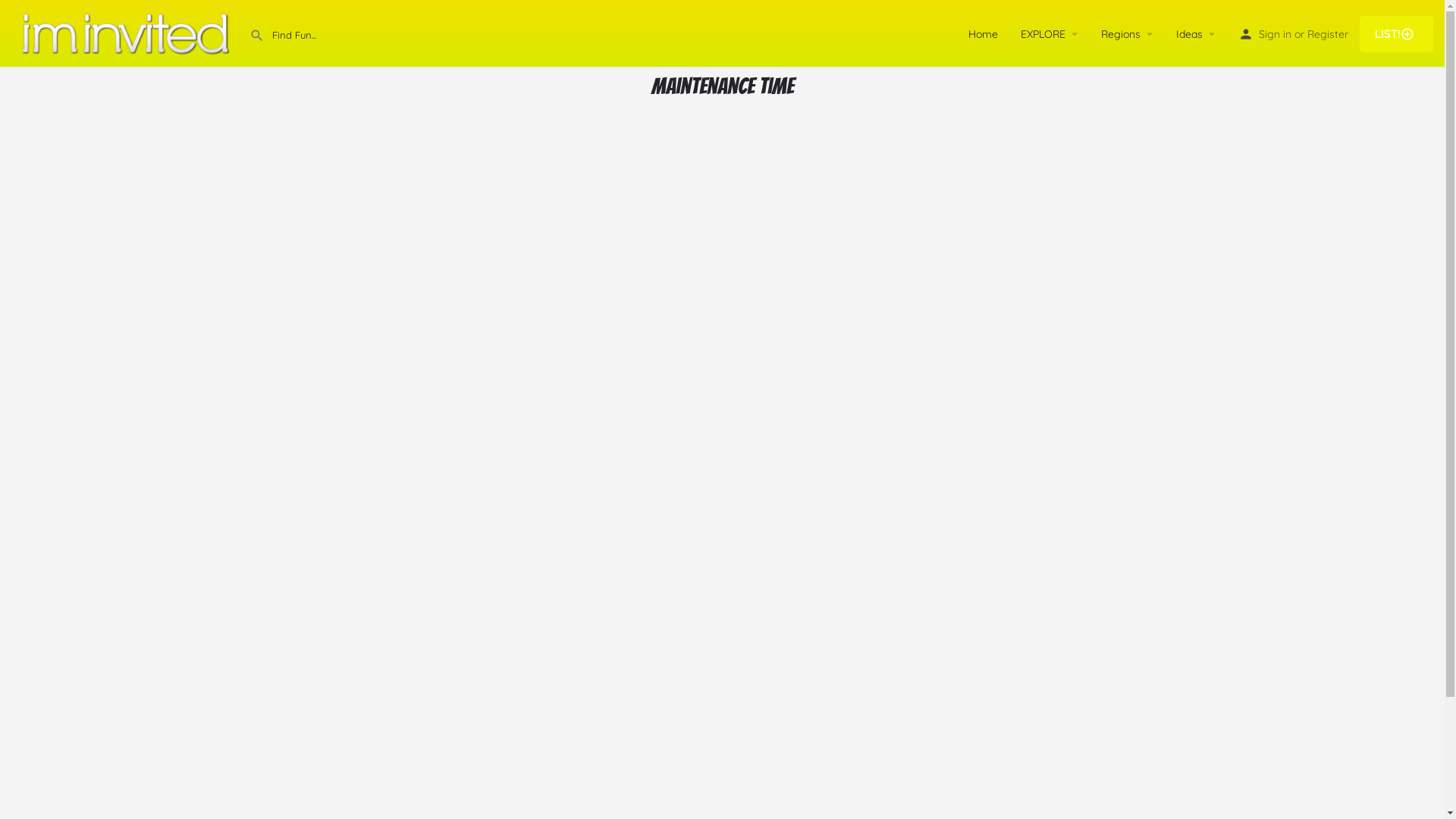 This screenshot has width=1456, height=819. What do you see at coordinates (1121, 33) in the screenshot?
I see `'Regions'` at bounding box center [1121, 33].